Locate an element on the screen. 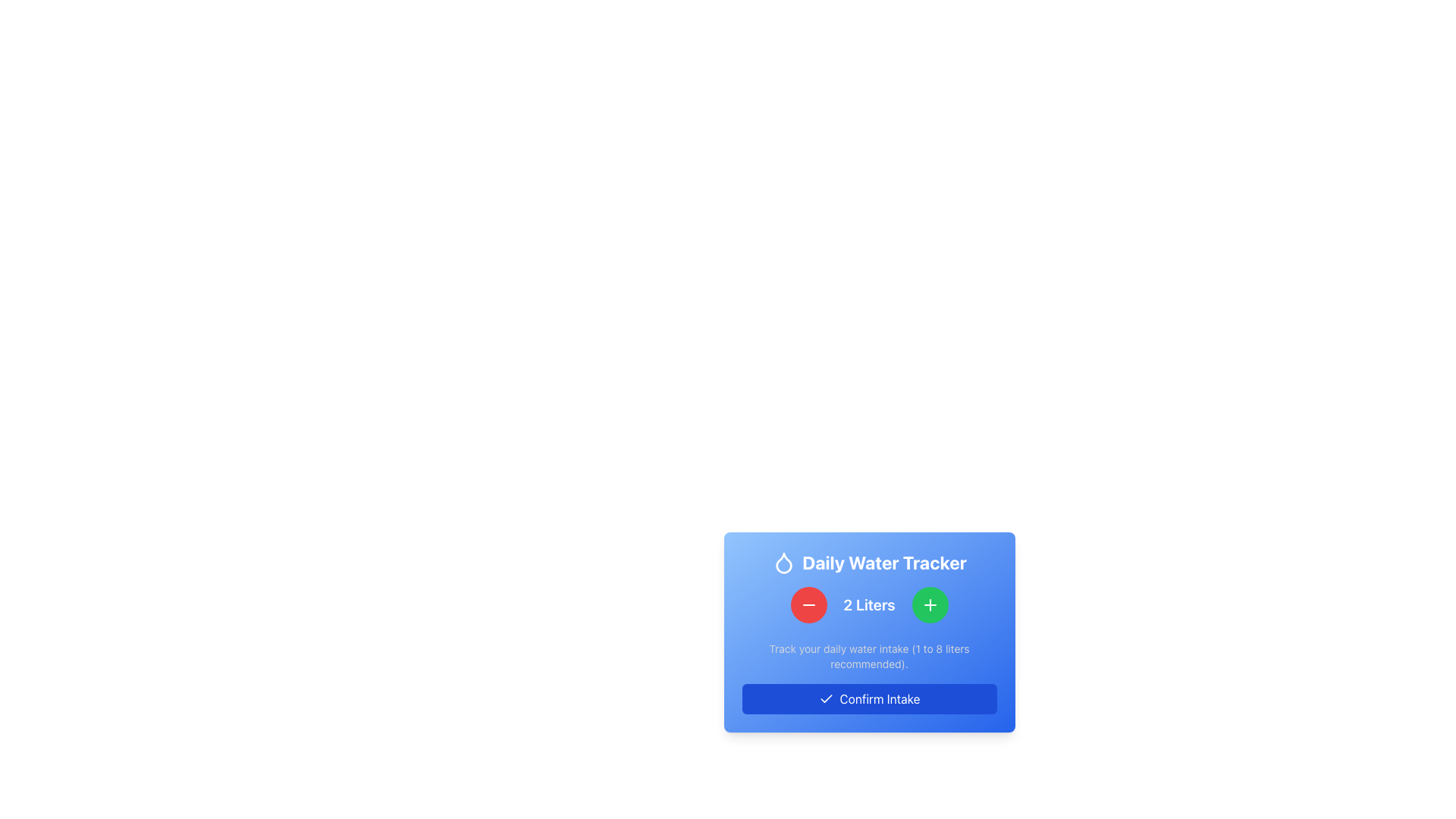 The height and width of the screenshot is (819, 1456). the water droplet icon located near the top left within the blue panel titled 'Daily Water Tracker', positioned to the left of the title text is located at coordinates (784, 563).